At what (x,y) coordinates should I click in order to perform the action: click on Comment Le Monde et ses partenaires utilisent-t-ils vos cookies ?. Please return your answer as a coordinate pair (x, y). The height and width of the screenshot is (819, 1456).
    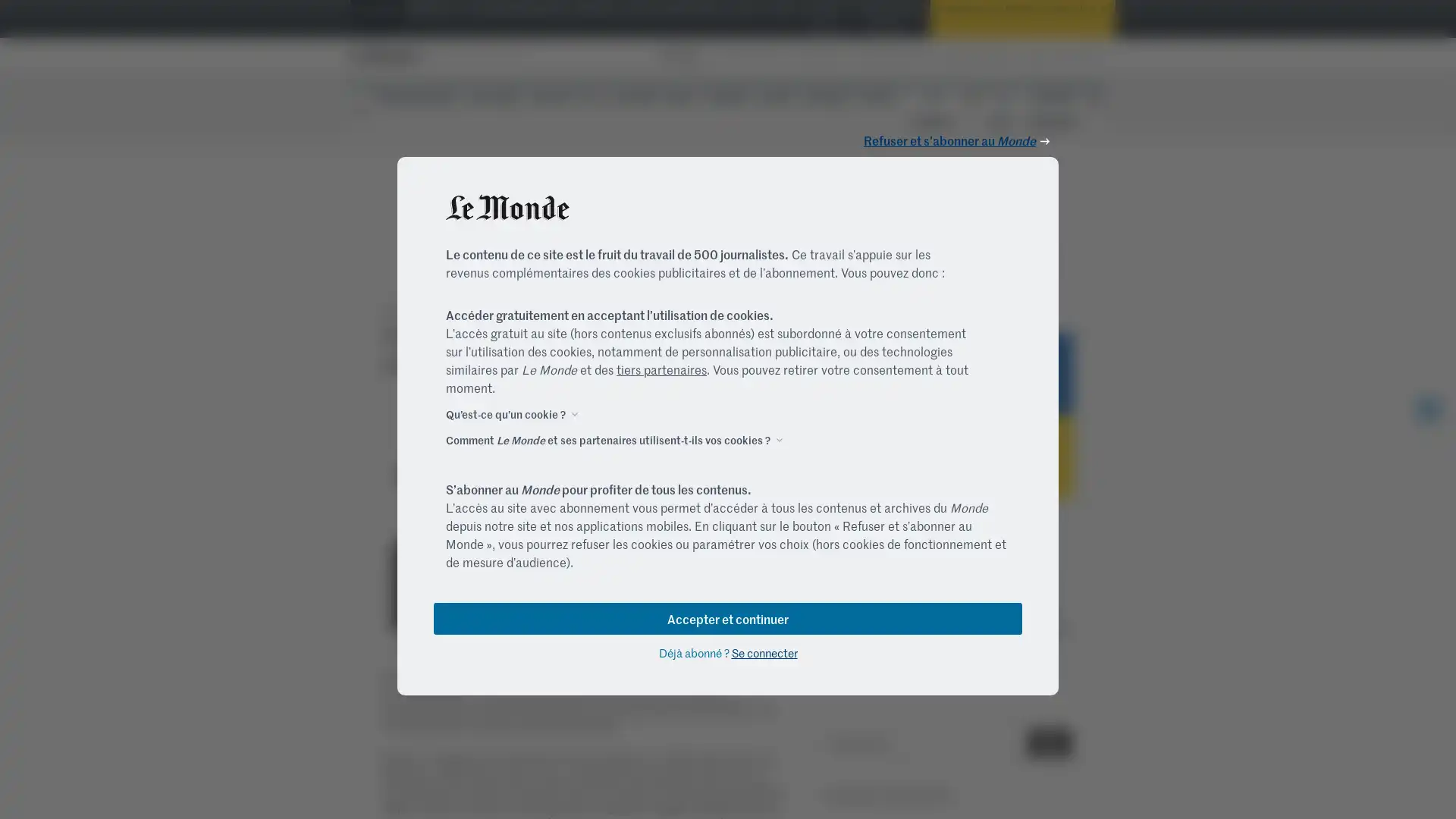
    Looking at the image, I should click on (607, 438).